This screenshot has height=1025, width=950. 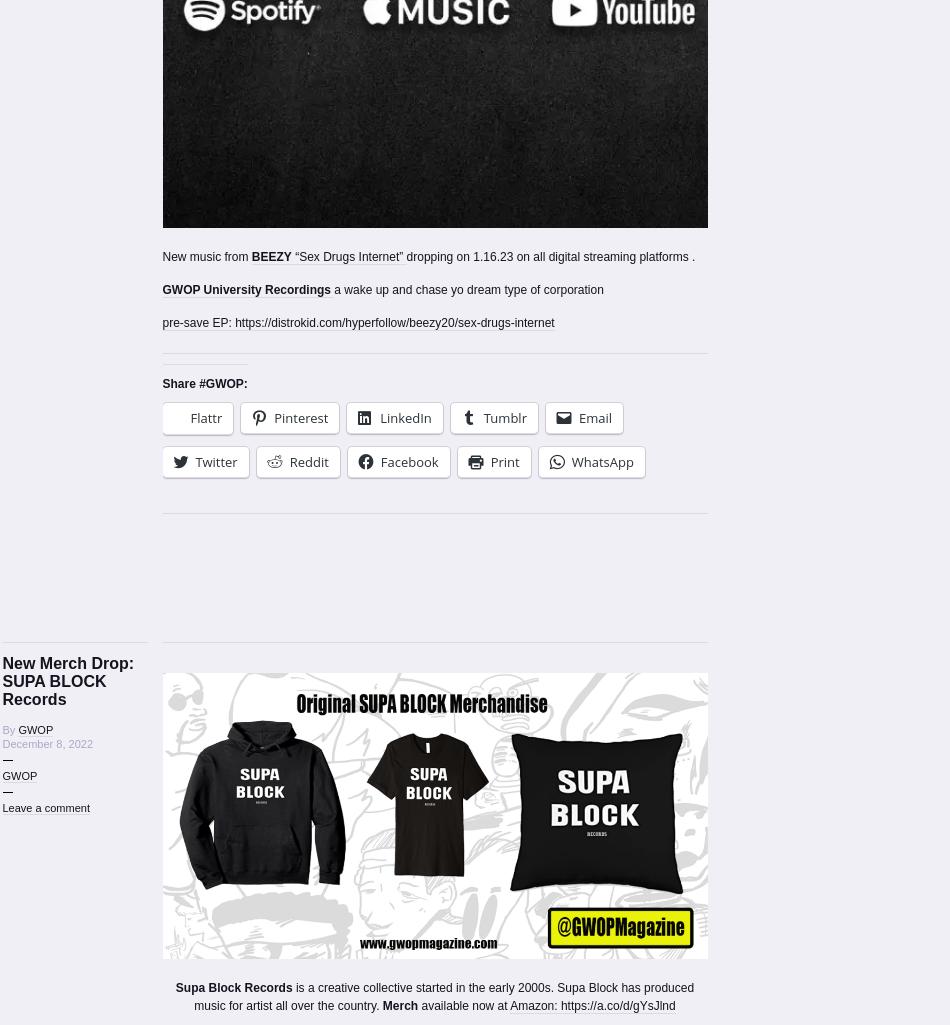 I want to click on 'December 8, 2022', so click(x=1, y=743).